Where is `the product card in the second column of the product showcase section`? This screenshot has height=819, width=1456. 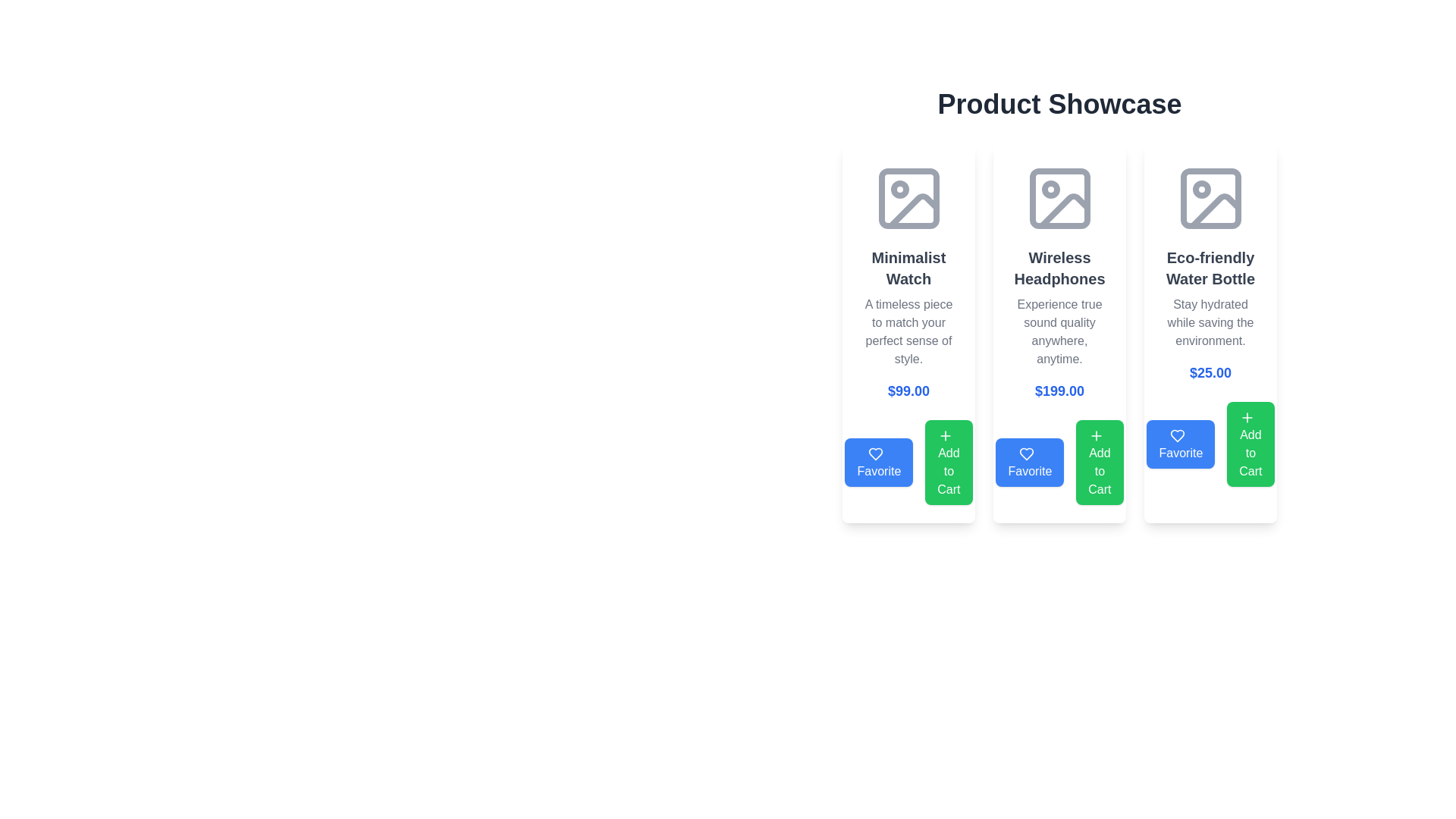
the product card in the second column of the product showcase section is located at coordinates (1059, 332).